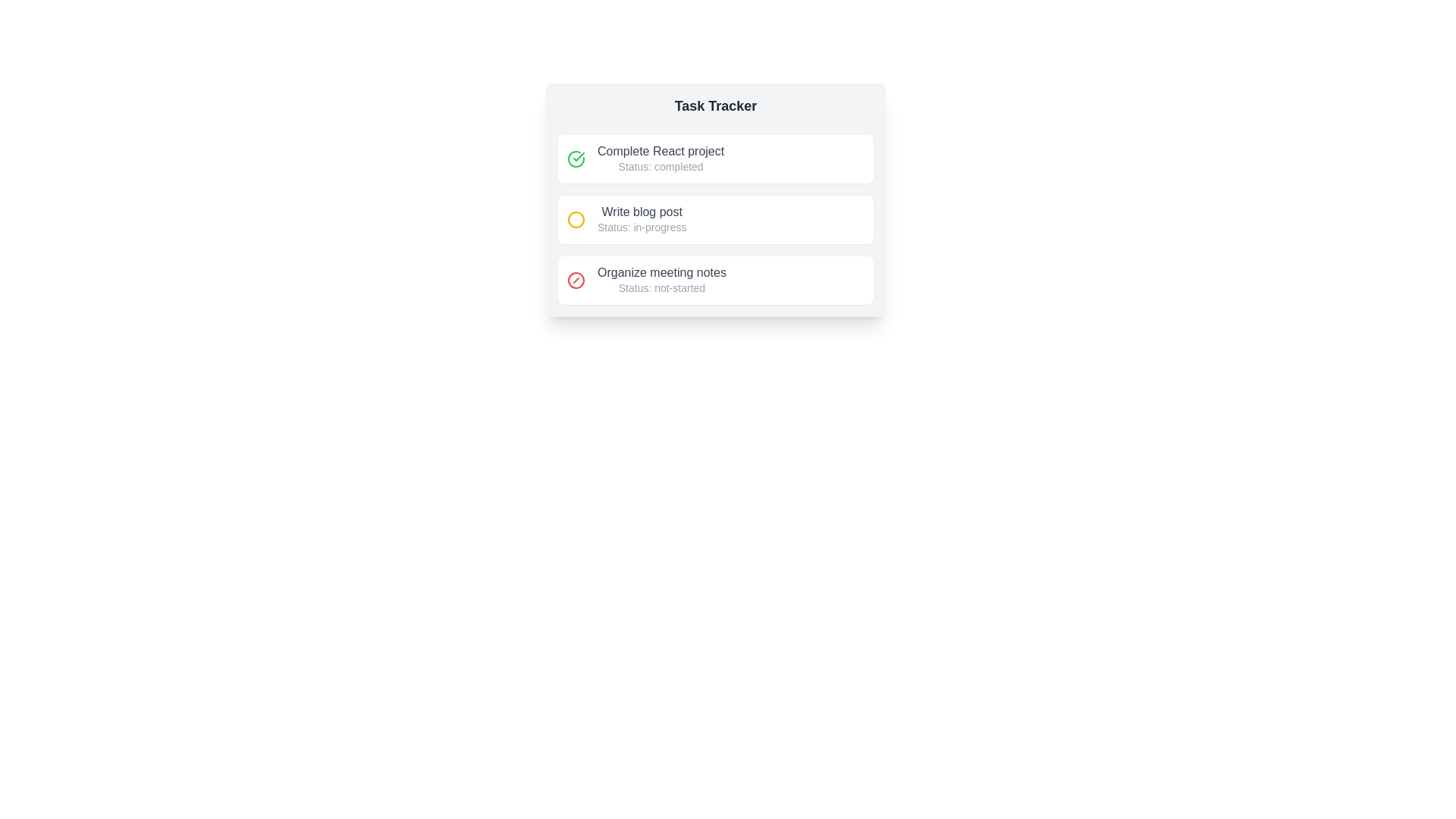 The height and width of the screenshot is (819, 1456). I want to click on the completed status icon for the 'Complete React project' task in the task tracker interface, so click(578, 157).